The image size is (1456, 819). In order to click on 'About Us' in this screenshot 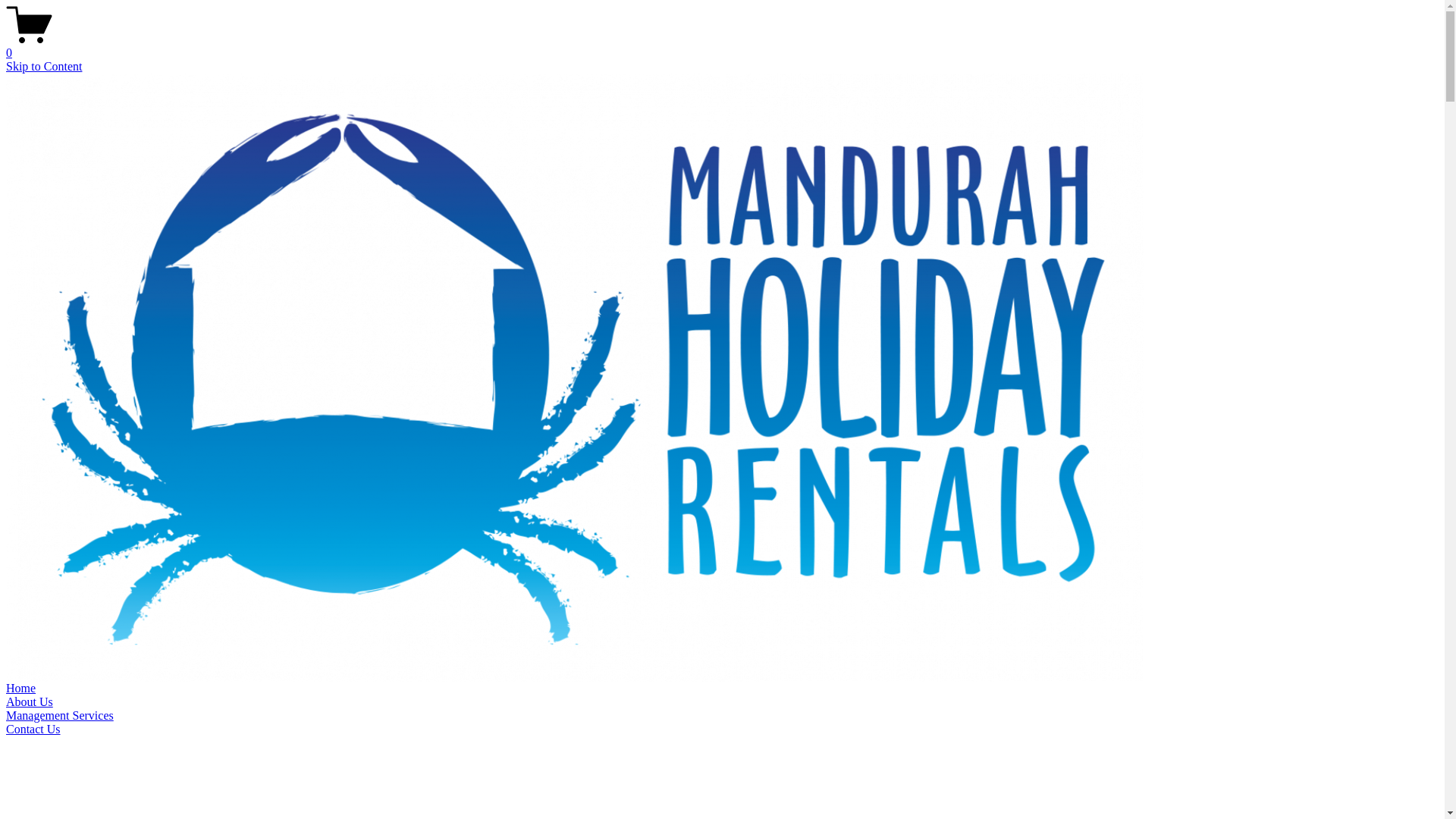, I will do `click(6, 701)`.